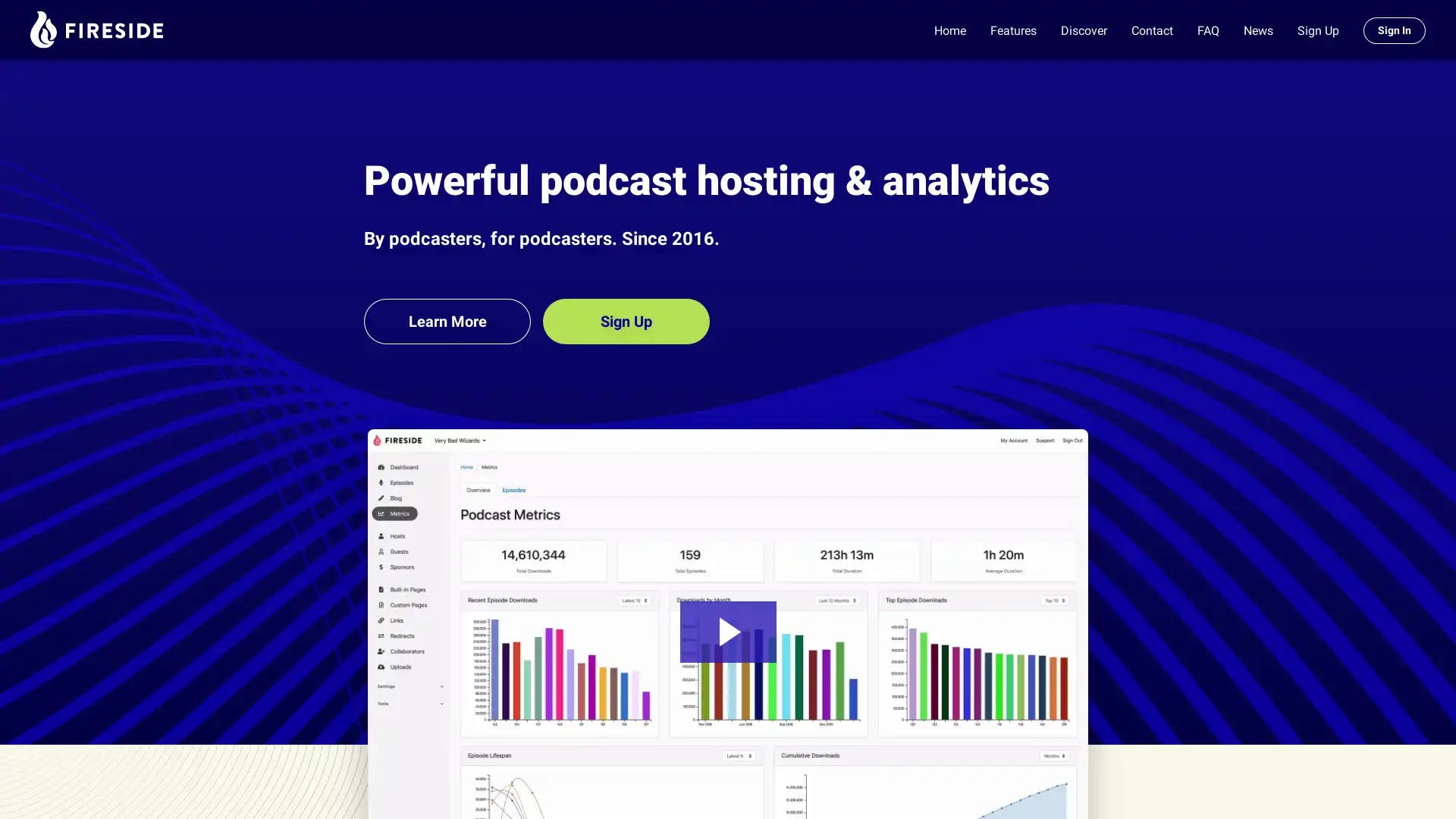 The image size is (1456, 819). Describe the element at coordinates (726, 631) in the screenshot. I see `Play` at that location.